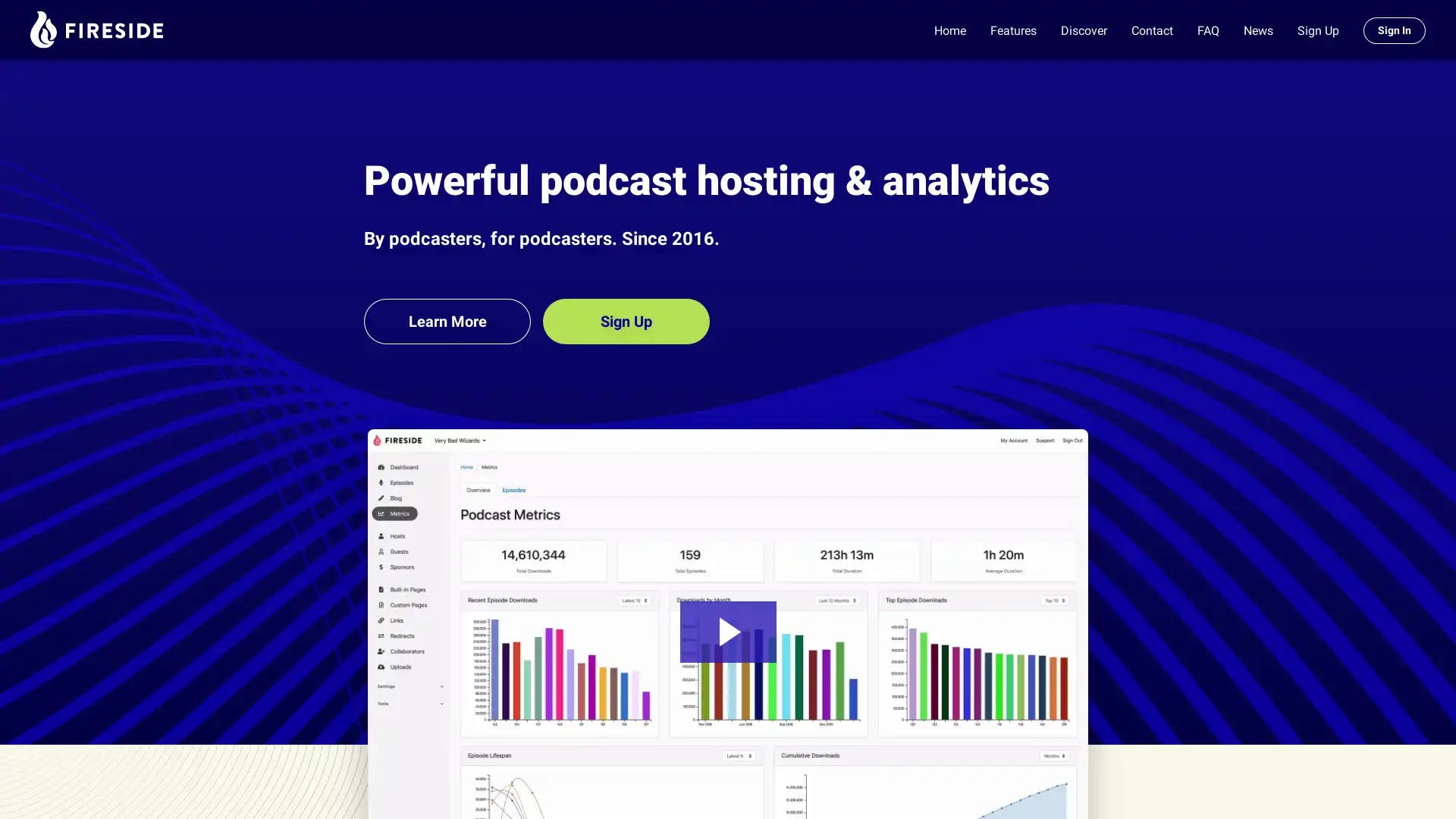 The image size is (1456, 819). Describe the element at coordinates (726, 631) in the screenshot. I see `Play` at that location.